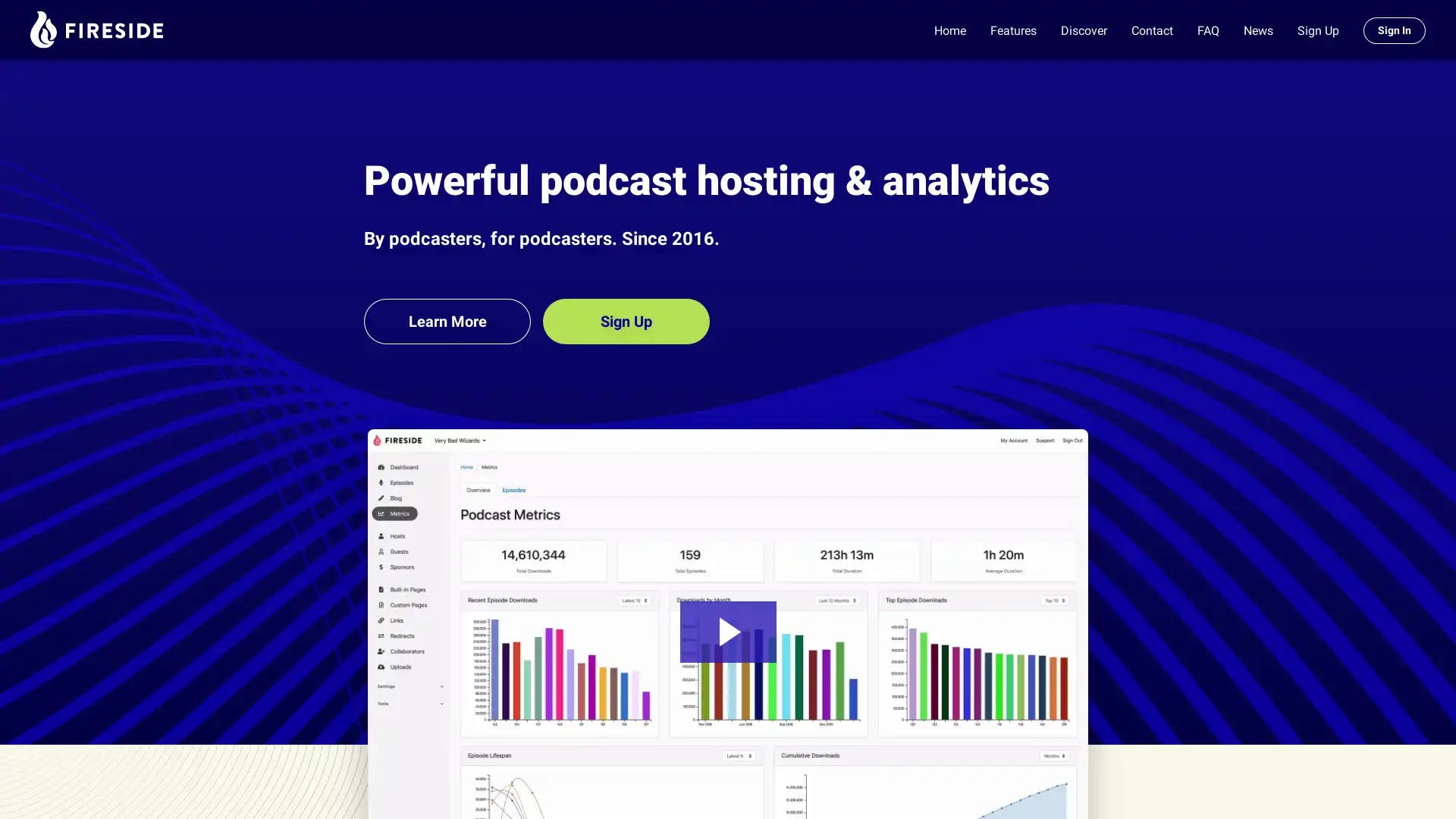 The image size is (1456, 819). Describe the element at coordinates (726, 631) in the screenshot. I see `Play` at that location.